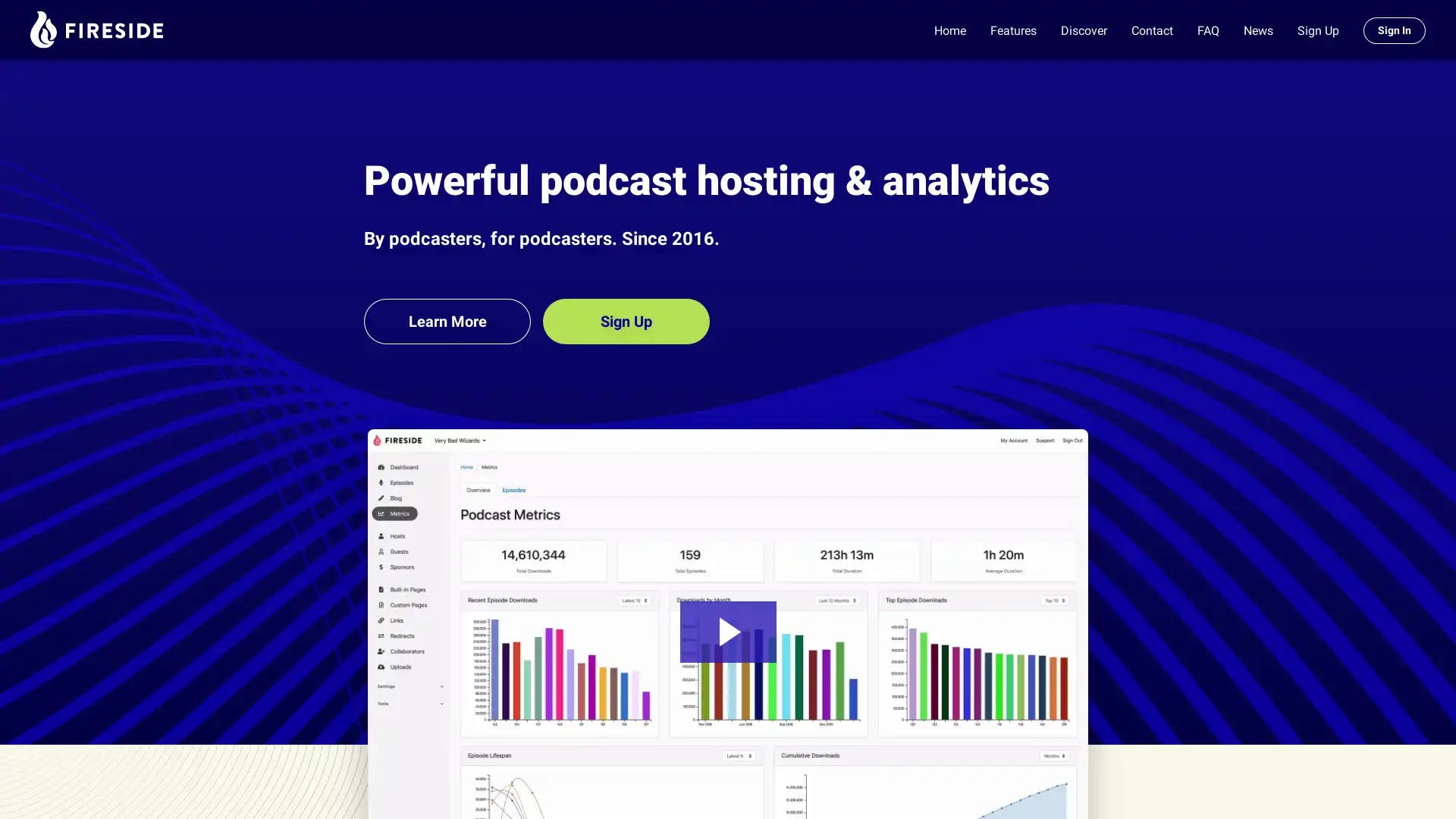 The image size is (1456, 819). Describe the element at coordinates (726, 631) in the screenshot. I see `Play` at that location.